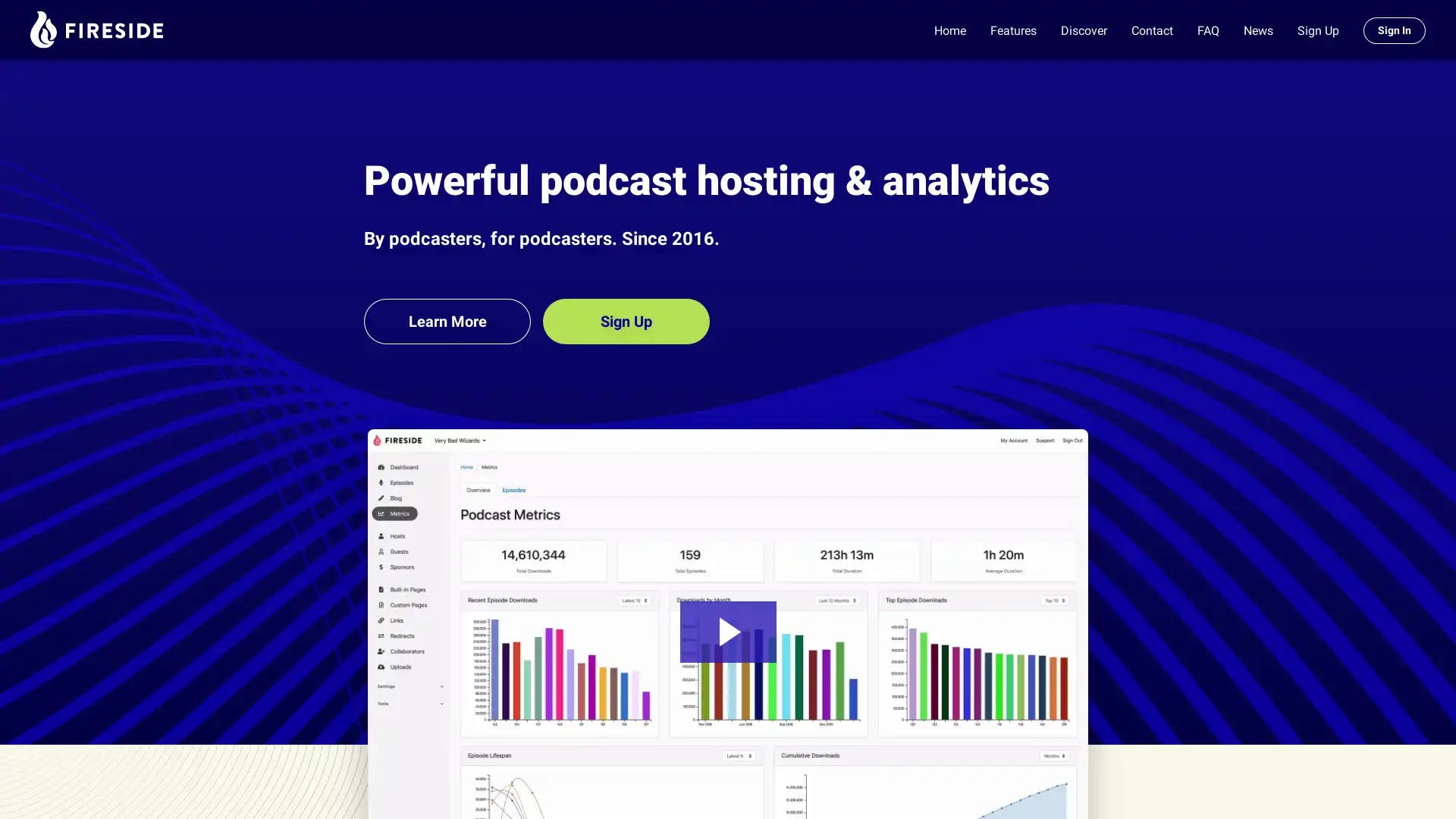 The image size is (1456, 819). Describe the element at coordinates (726, 631) in the screenshot. I see `Play` at that location.